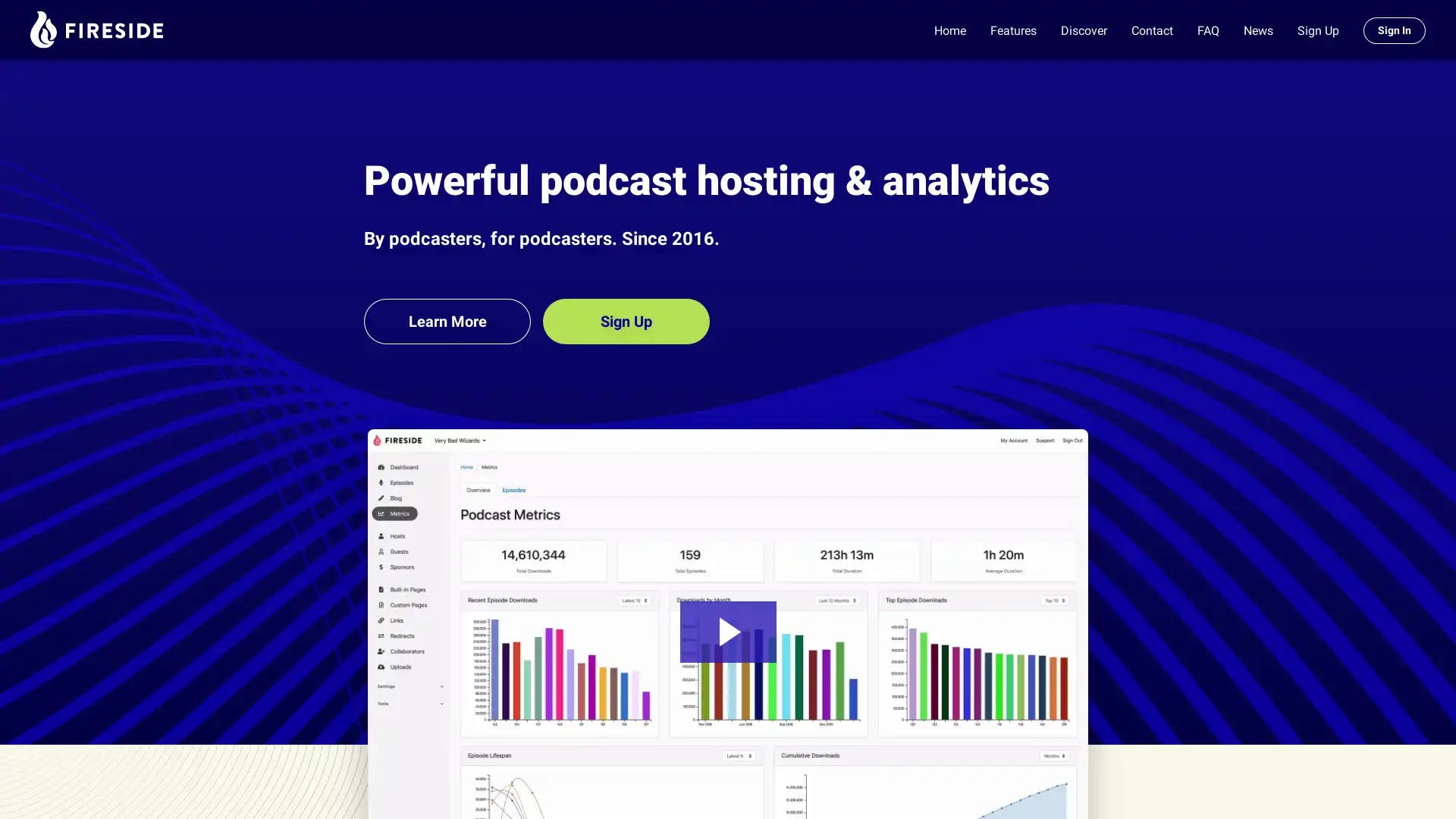 The image size is (1456, 819). Describe the element at coordinates (726, 631) in the screenshot. I see `Play` at that location.